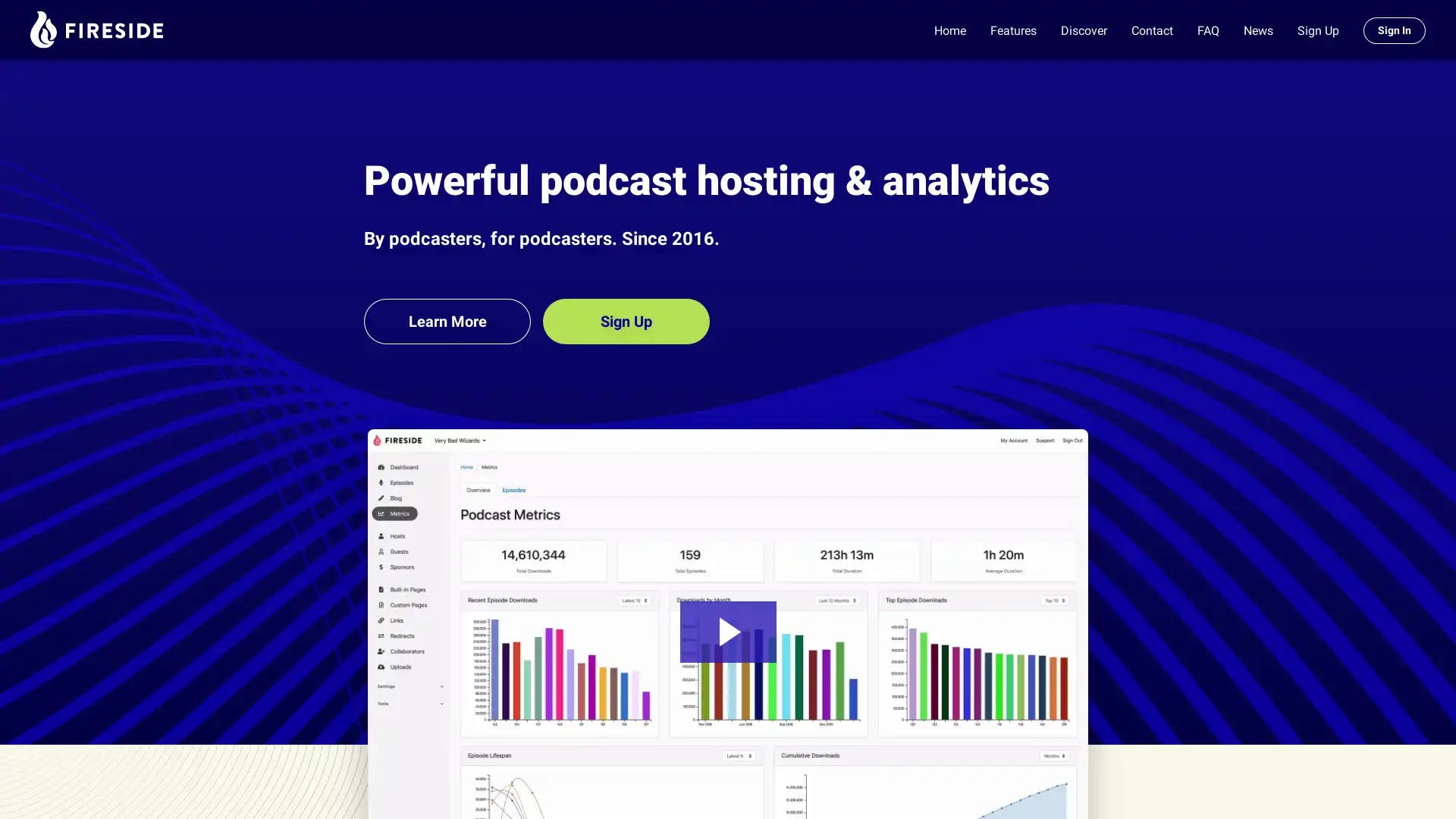 The image size is (1456, 819). Describe the element at coordinates (726, 631) in the screenshot. I see `Play` at that location.